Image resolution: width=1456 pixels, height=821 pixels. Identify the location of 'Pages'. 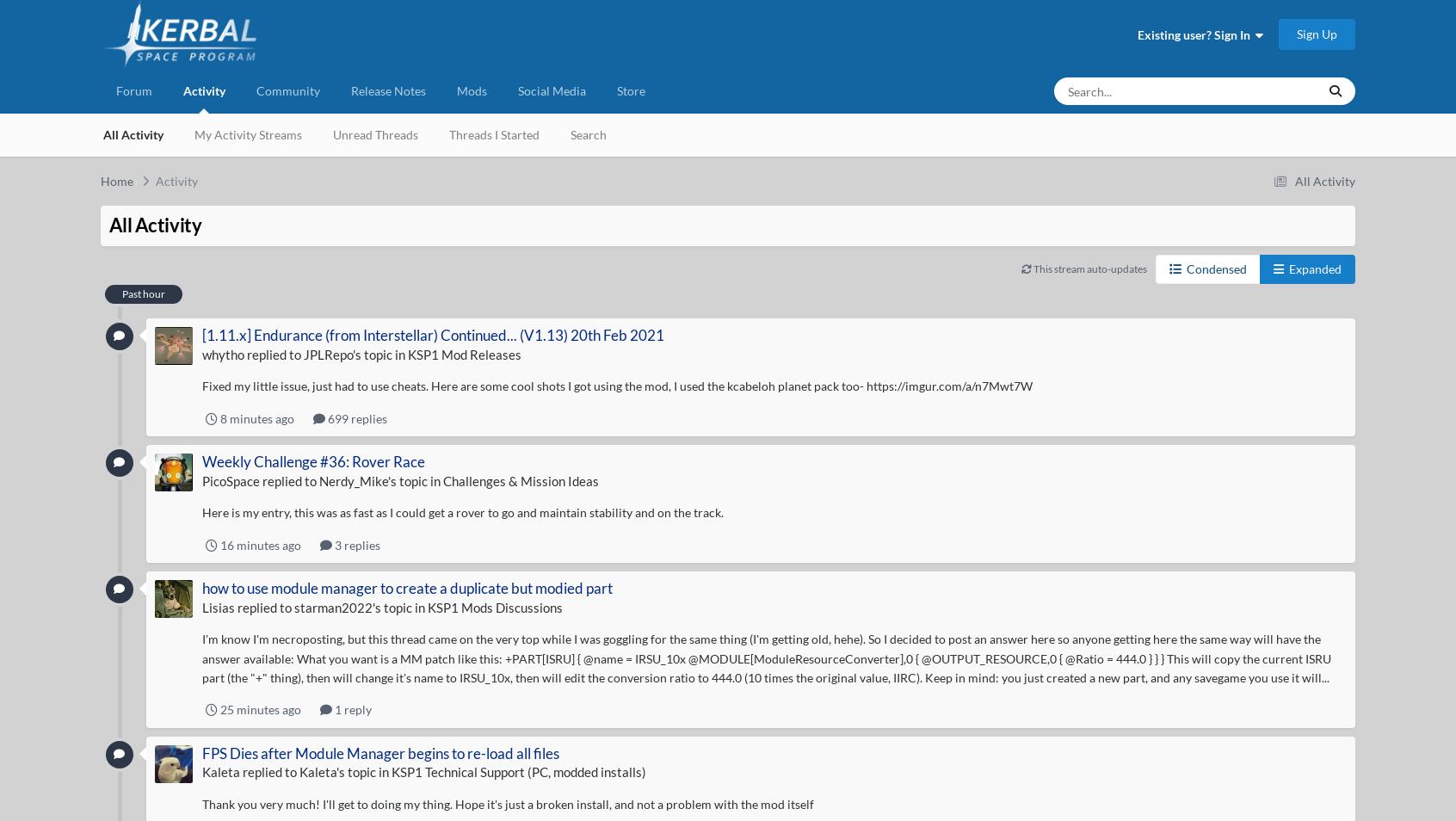
(1200, 212).